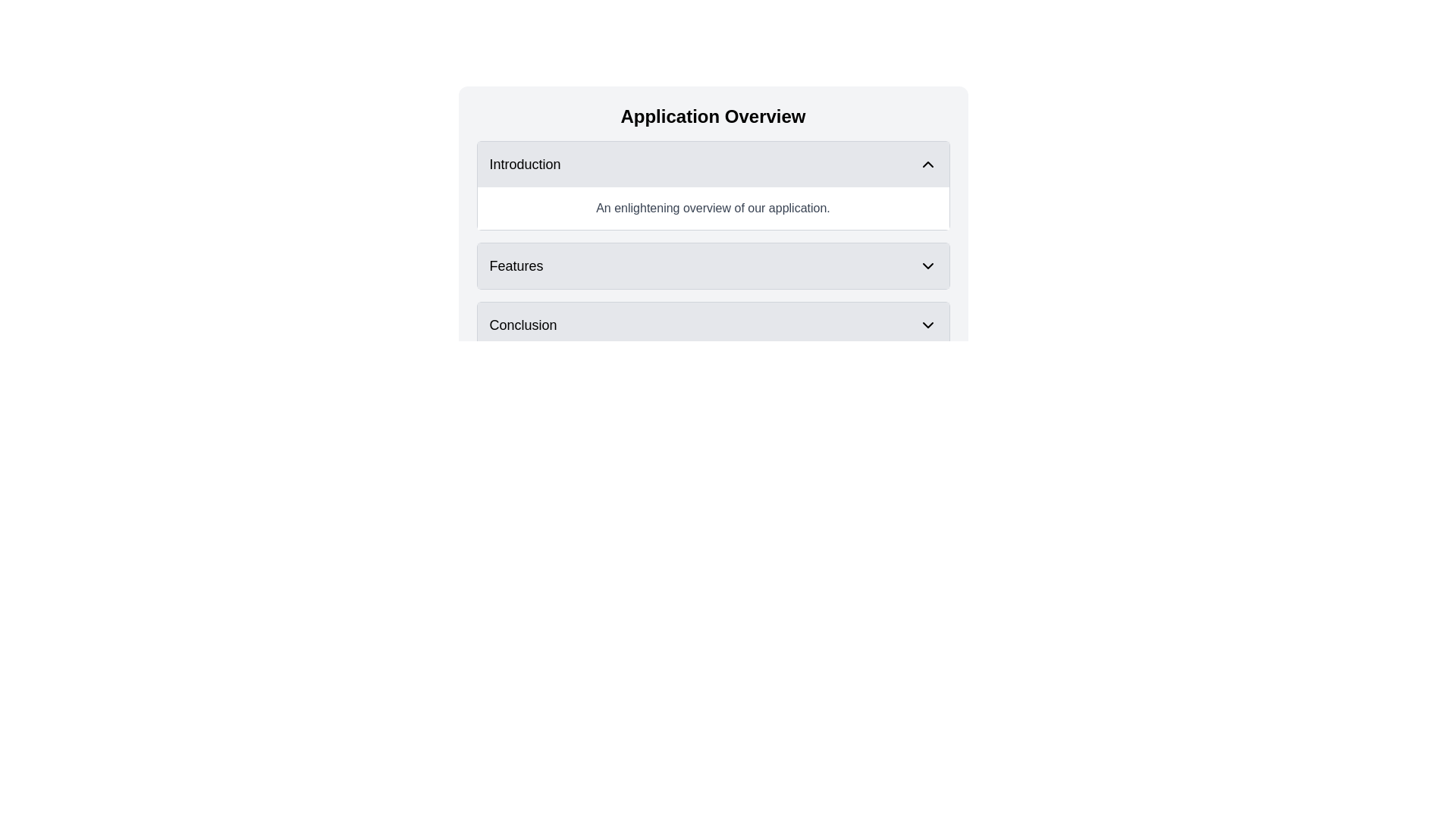  What do you see at coordinates (927, 164) in the screenshot?
I see `the chevron-up icon on the right side of the 'Introduction' horizontal bar` at bounding box center [927, 164].